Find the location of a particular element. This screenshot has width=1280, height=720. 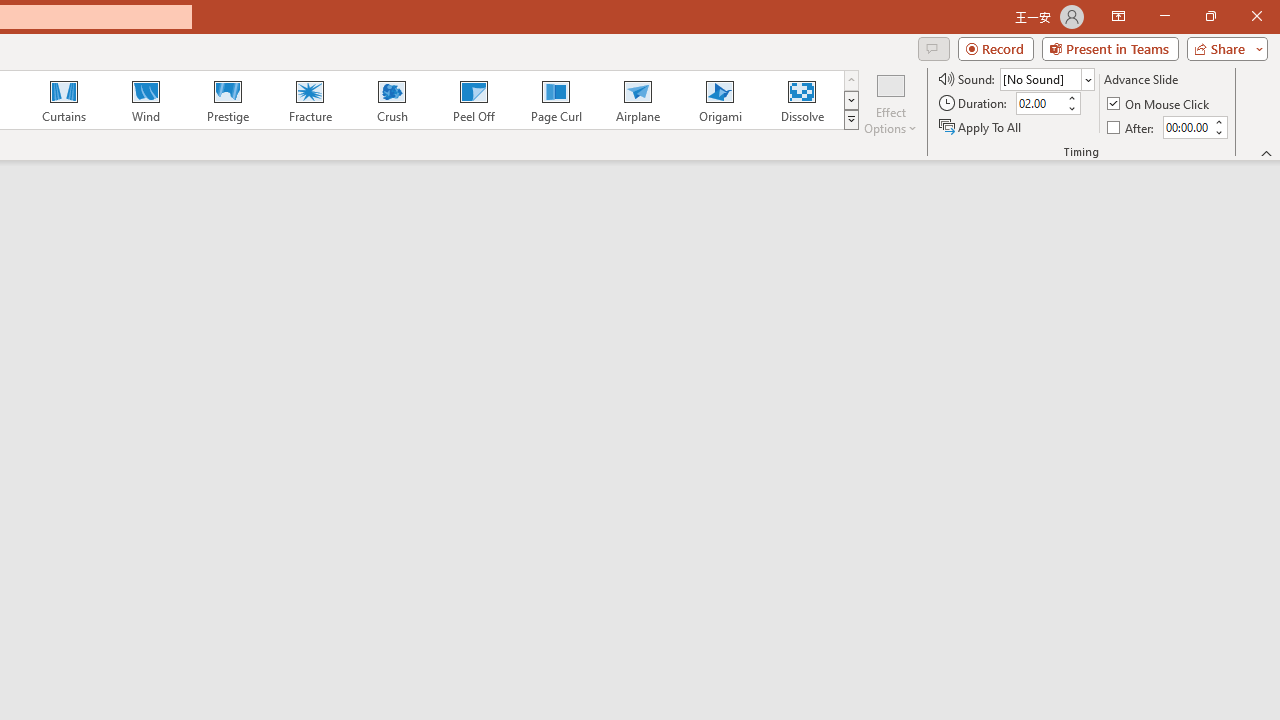

'On Mouse Click' is located at coordinates (1159, 103).